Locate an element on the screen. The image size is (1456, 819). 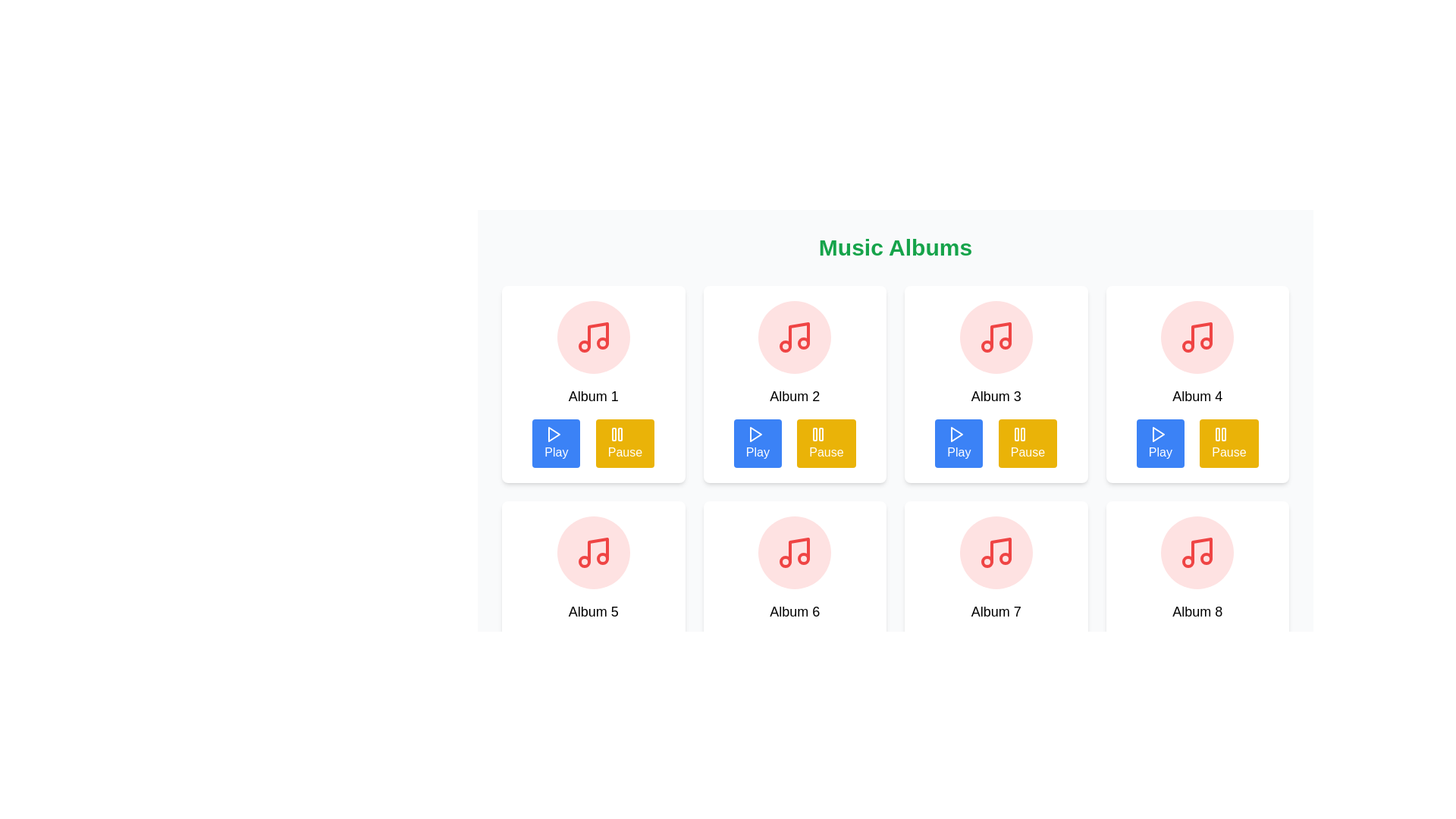
the text label that displays 'Album 3', which is located in the top row, third column of the album cards grid, positioned below the album artwork and above the playback buttons is located at coordinates (996, 396).